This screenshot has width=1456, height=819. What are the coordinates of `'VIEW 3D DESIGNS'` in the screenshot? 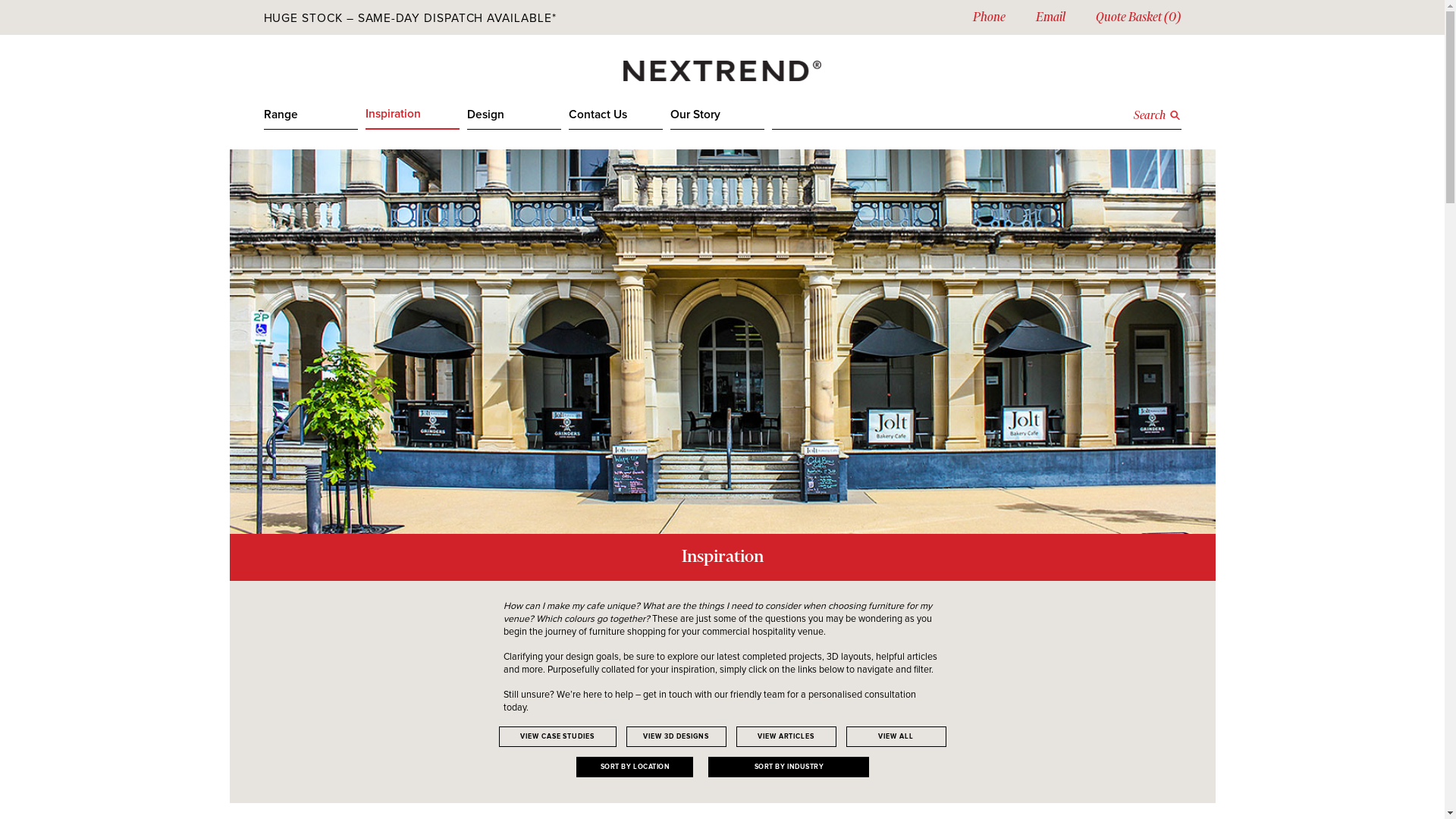 It's located at (626, 736).